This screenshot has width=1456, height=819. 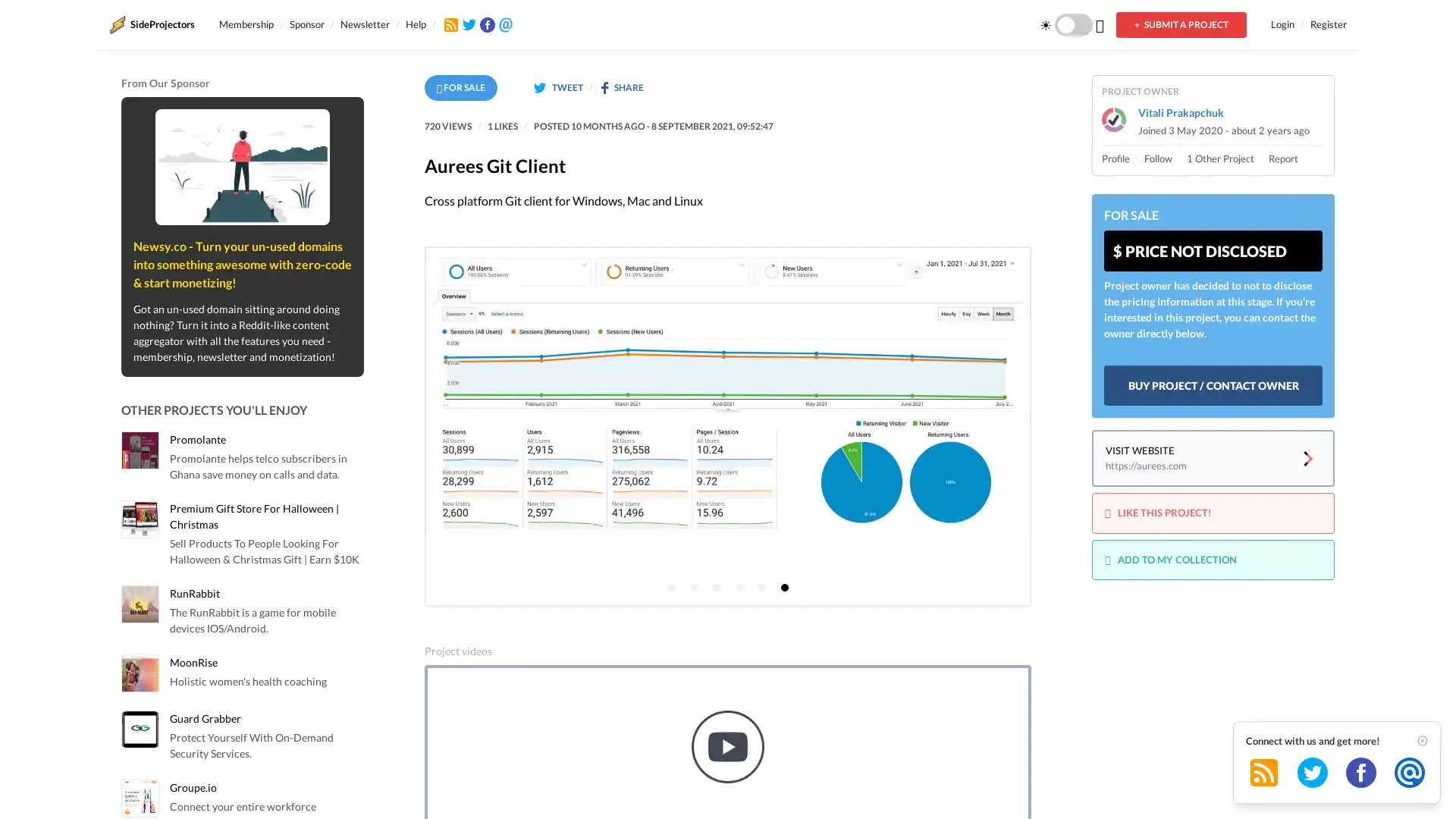 What do you see at coordinates (1030, 426) in the screenshot?
I see `Next page` at bounding box center [1030, 426].